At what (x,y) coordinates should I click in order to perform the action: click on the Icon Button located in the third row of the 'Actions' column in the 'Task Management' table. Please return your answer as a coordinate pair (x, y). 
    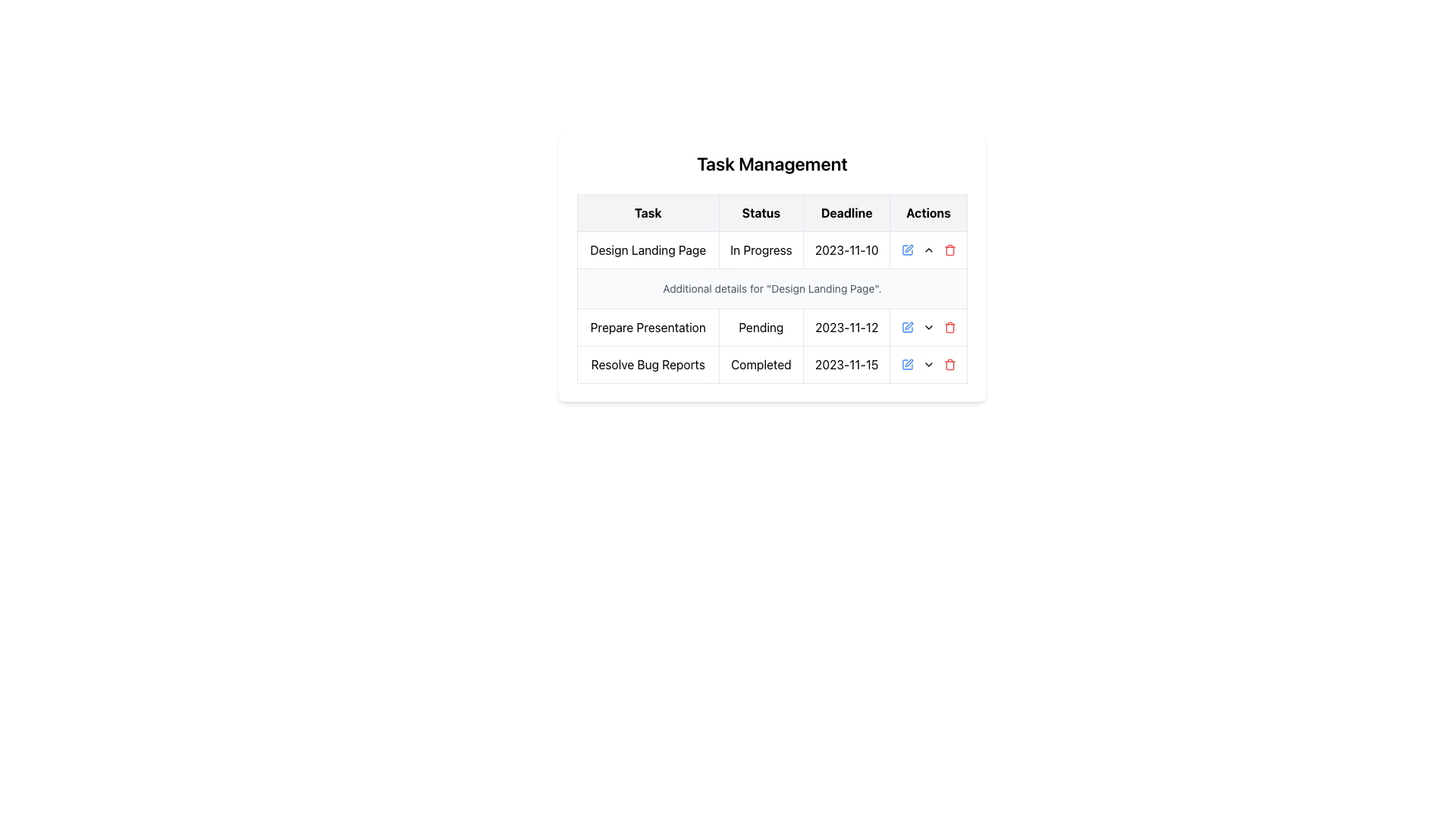
    Looking at the image, I should click on (927, 327).